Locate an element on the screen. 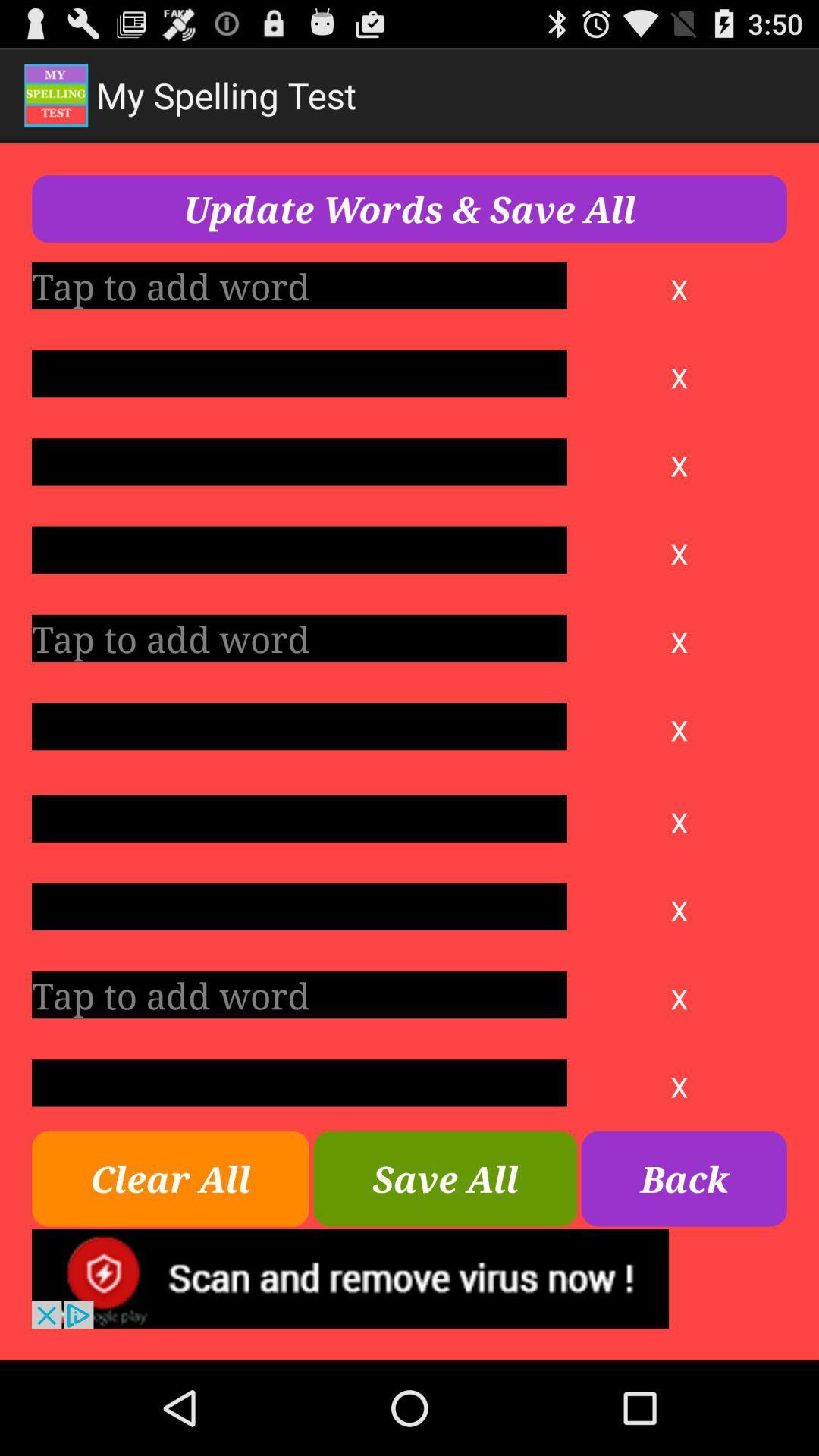 The width and height of the screenshot is (819, 1456). tap to add is located at coordinates (299, 285).